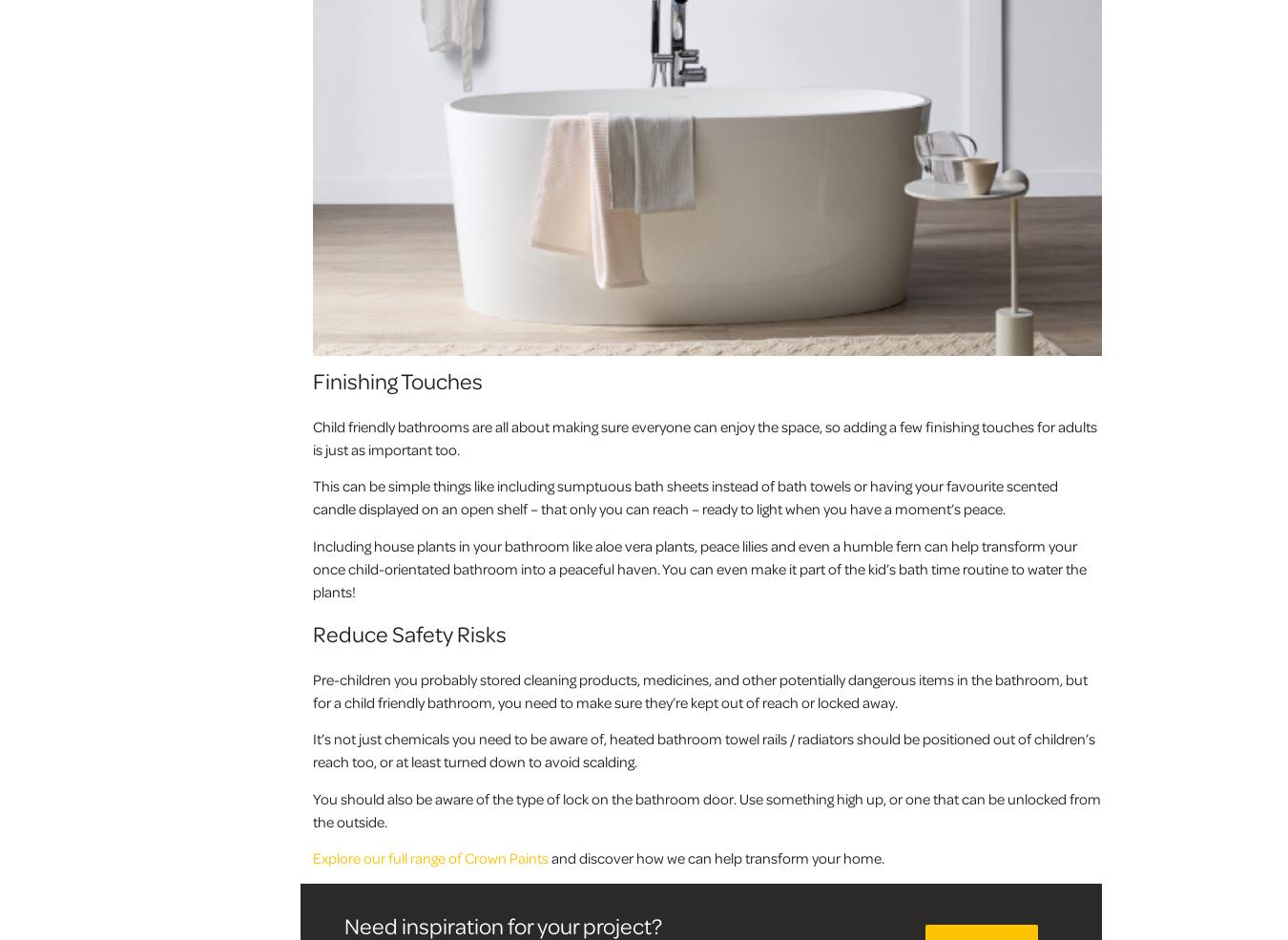 This screenshot has width=1288, height=940. What do you see at coordinates (398, 379) in the screenshot?
I see `'Finishing Touches'` at bounding box center [398, 379].